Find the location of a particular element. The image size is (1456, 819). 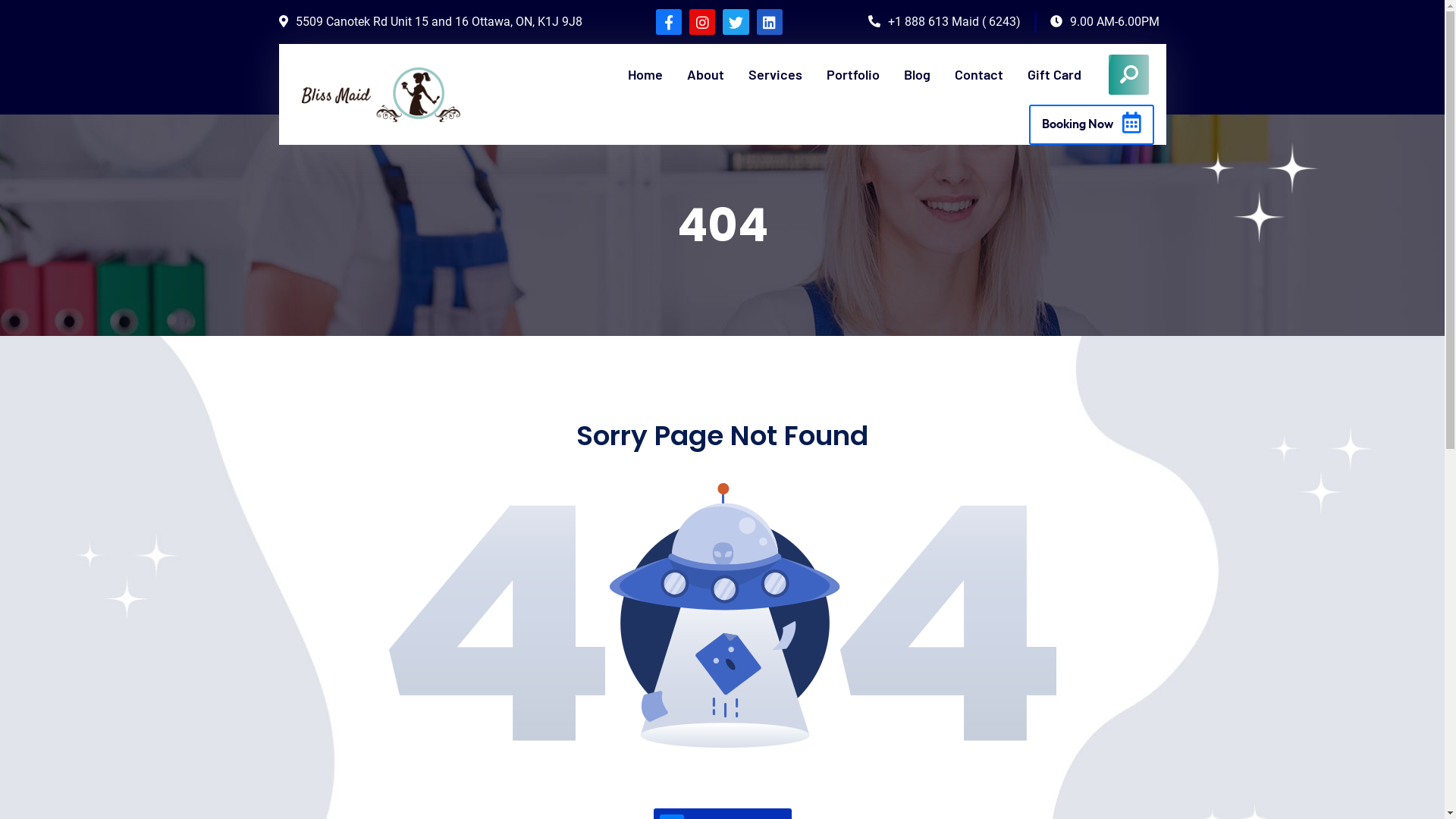

'Contact' is located at coordinates (979, 74).